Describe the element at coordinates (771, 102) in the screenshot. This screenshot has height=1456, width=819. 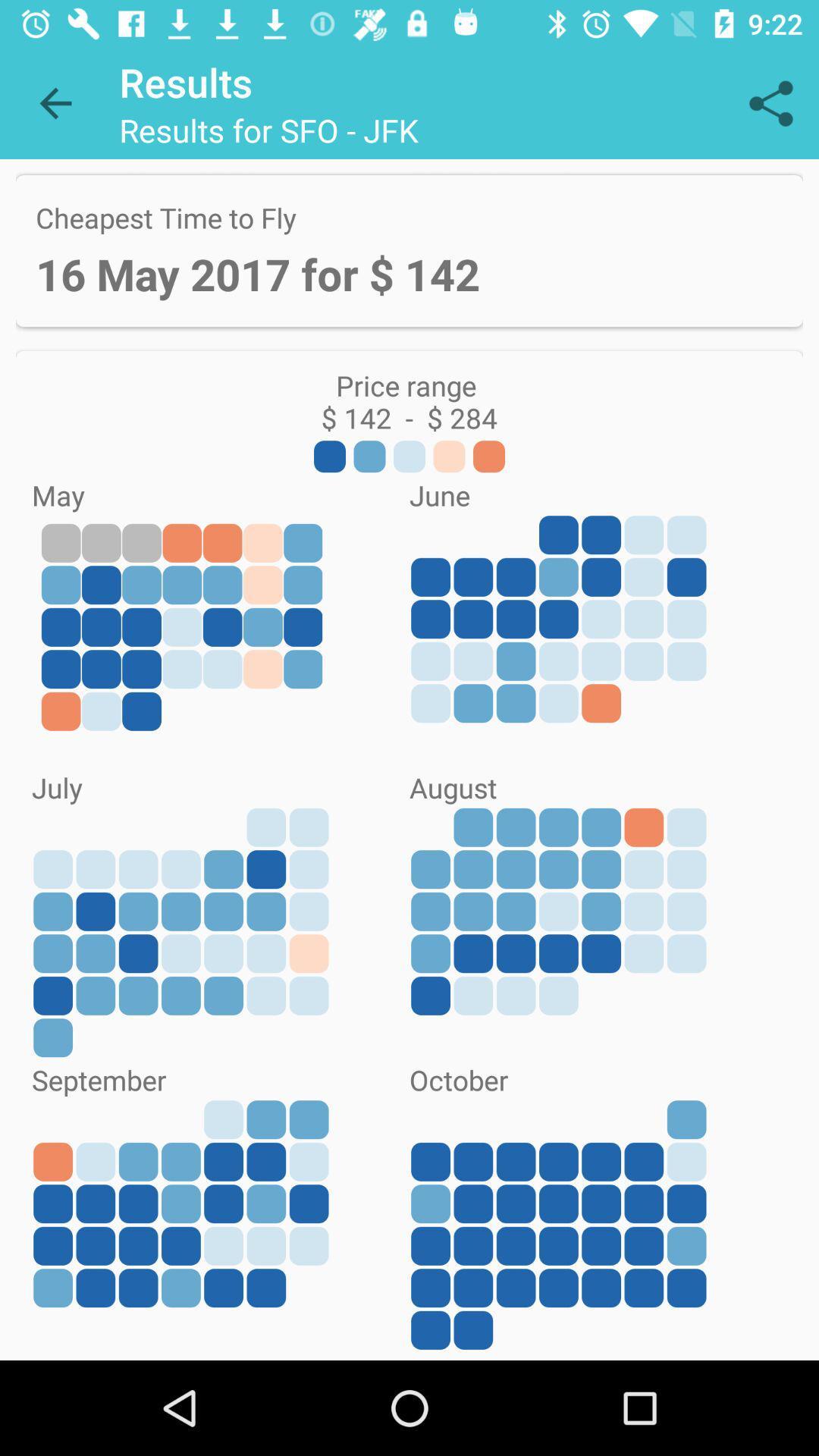
I see `item next to the results for sfo` at that location.